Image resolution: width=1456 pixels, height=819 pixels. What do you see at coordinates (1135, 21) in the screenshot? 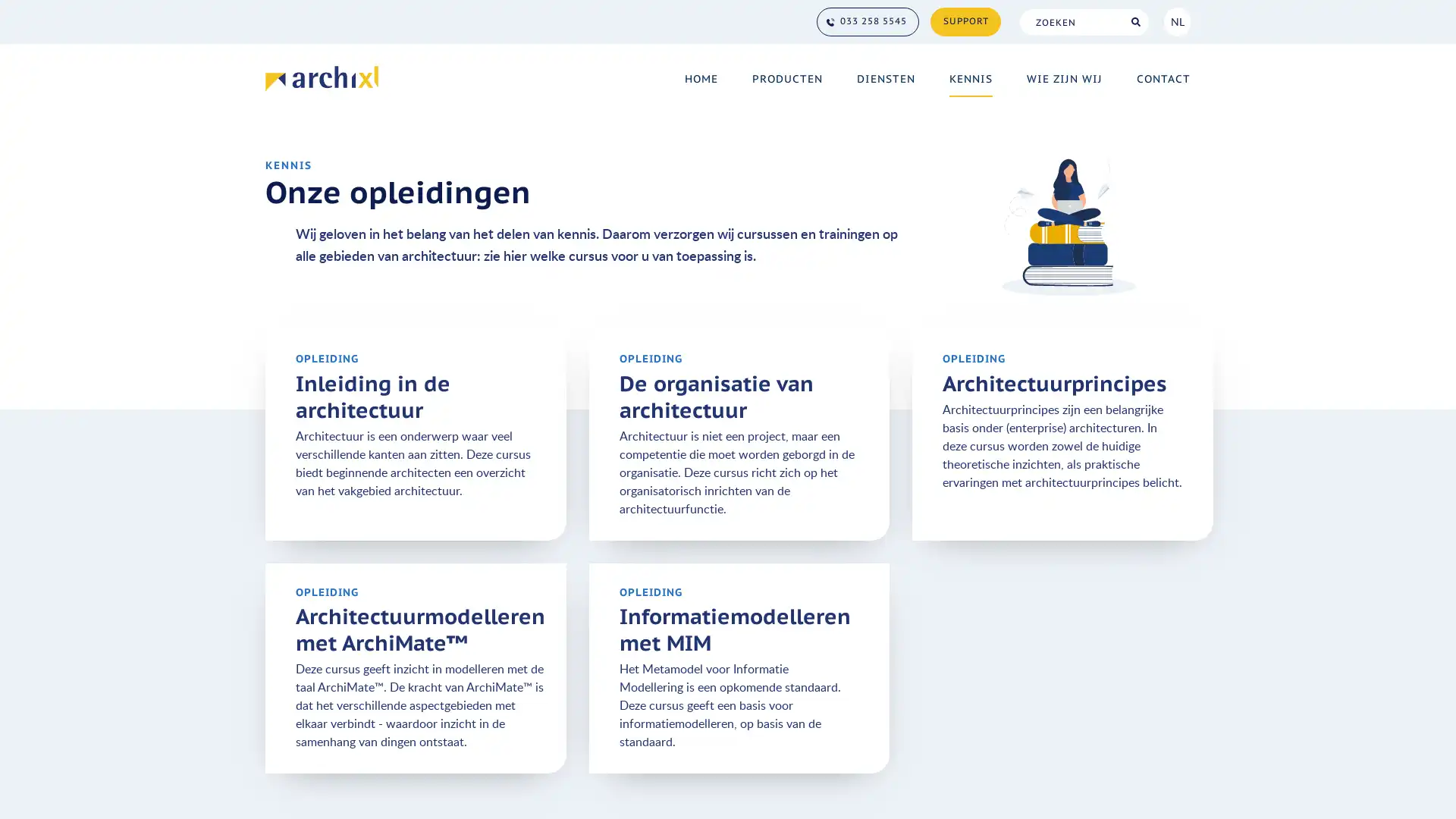
I see `Search` at bounding box center [1135, 21].